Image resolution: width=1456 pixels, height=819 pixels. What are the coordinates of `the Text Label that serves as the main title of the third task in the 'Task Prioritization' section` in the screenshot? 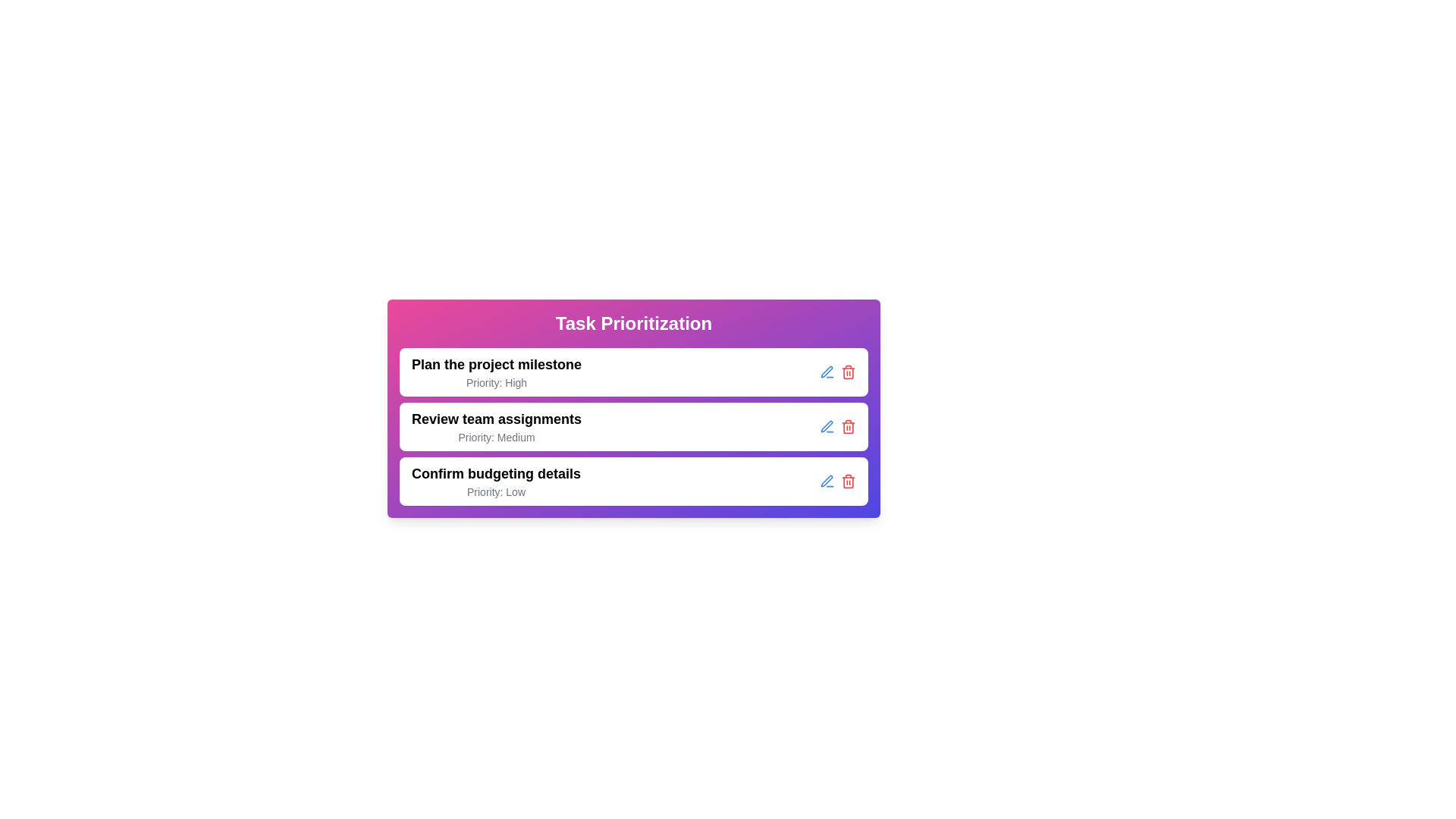 It's located at (496, 472).